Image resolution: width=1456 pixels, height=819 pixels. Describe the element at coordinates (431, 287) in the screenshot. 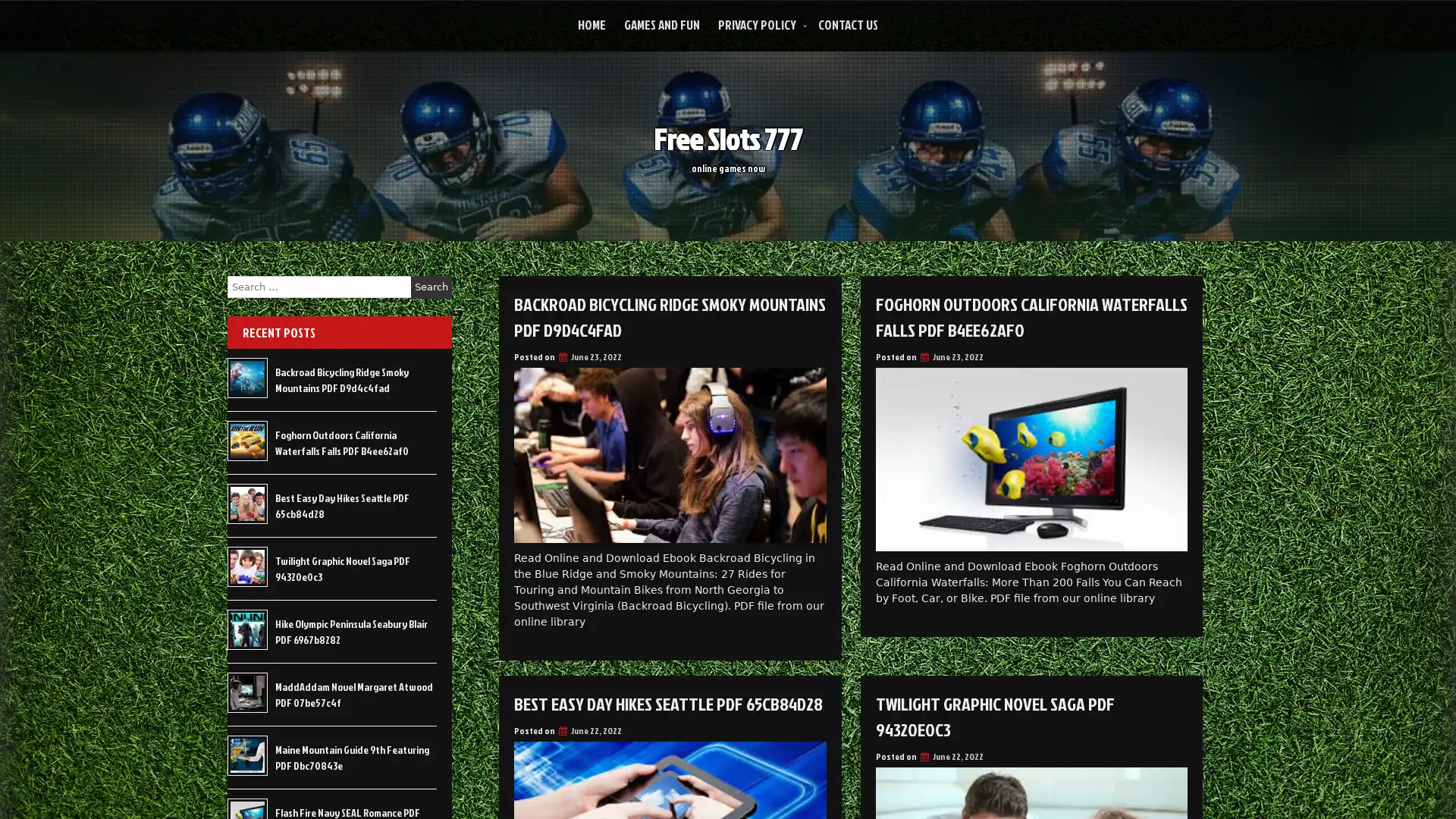

I see `Search` at that location.